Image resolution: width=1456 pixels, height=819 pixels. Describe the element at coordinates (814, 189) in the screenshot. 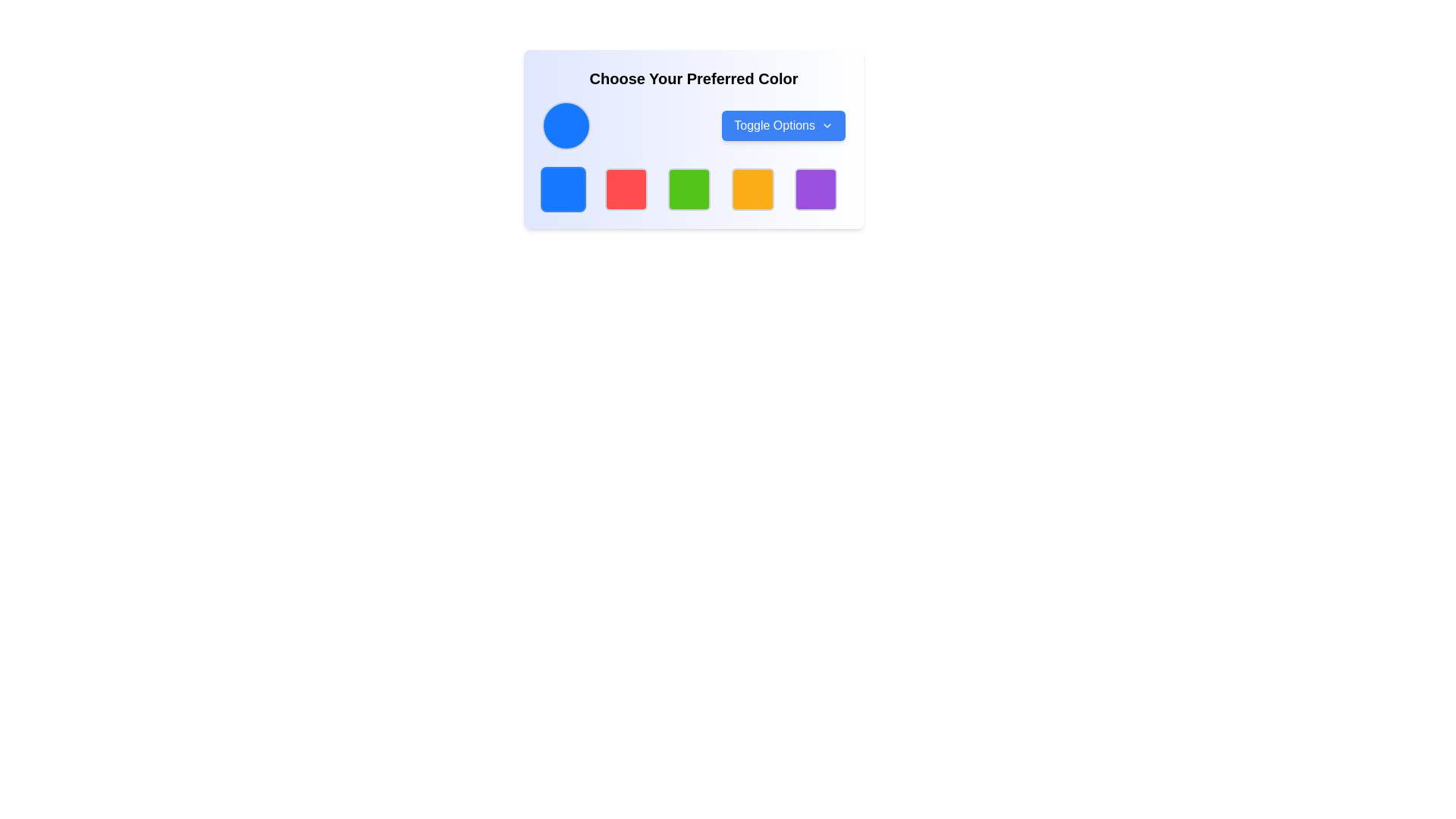

I see `the fifth color picker option, which is a square-shaped element with a purple background and gray border` at that location.